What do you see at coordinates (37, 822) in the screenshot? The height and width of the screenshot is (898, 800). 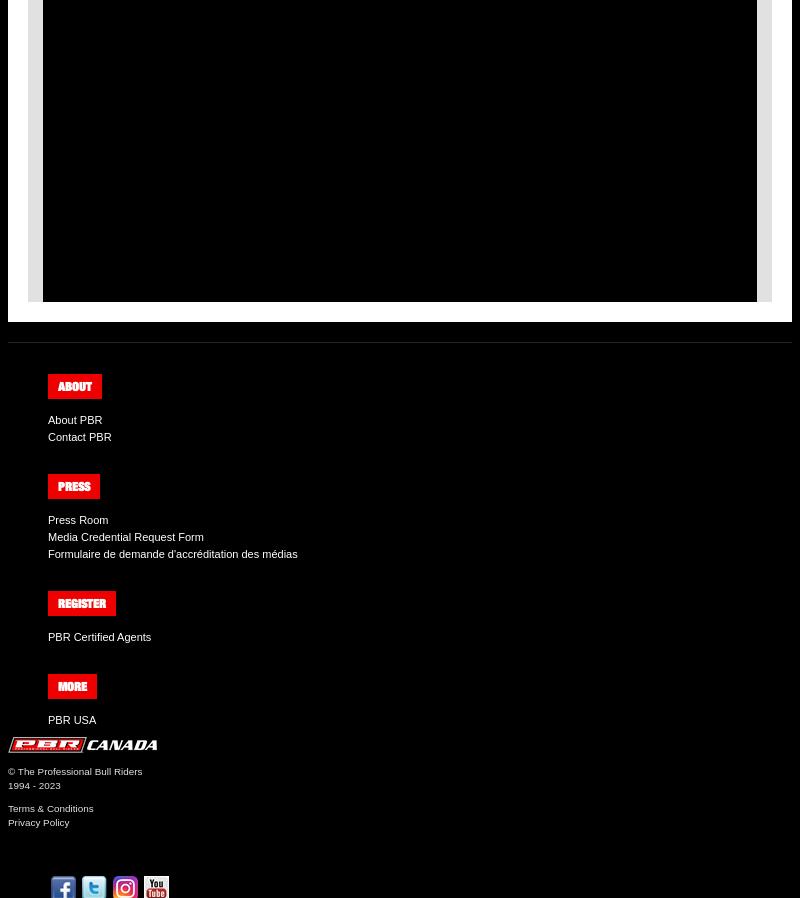 I see `'Privacy Policy'` at bounding box center [37, 822].